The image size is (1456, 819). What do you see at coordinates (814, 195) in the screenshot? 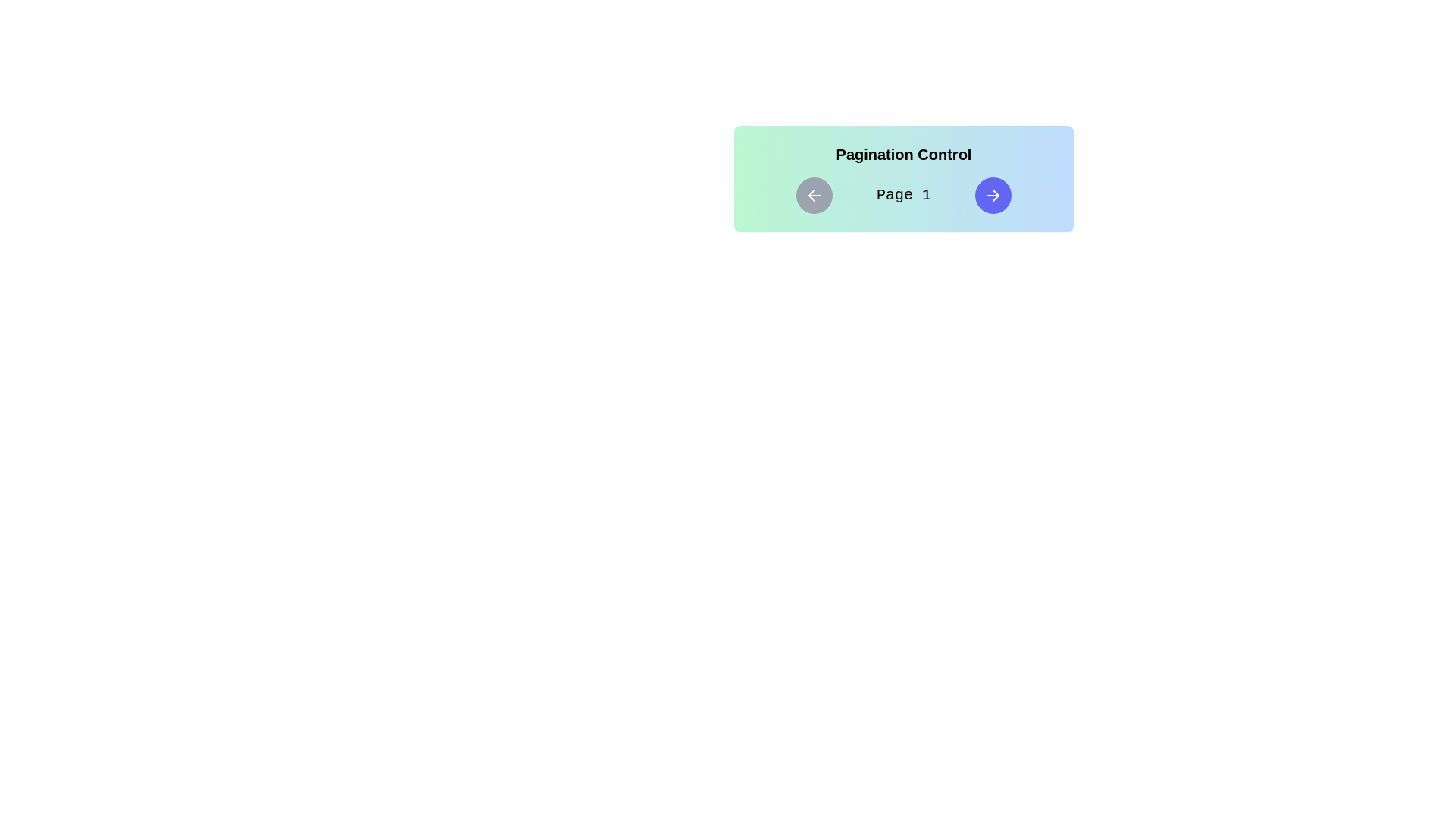
I see `the previous button to check its interactivity` at bounding box center [814, 195].